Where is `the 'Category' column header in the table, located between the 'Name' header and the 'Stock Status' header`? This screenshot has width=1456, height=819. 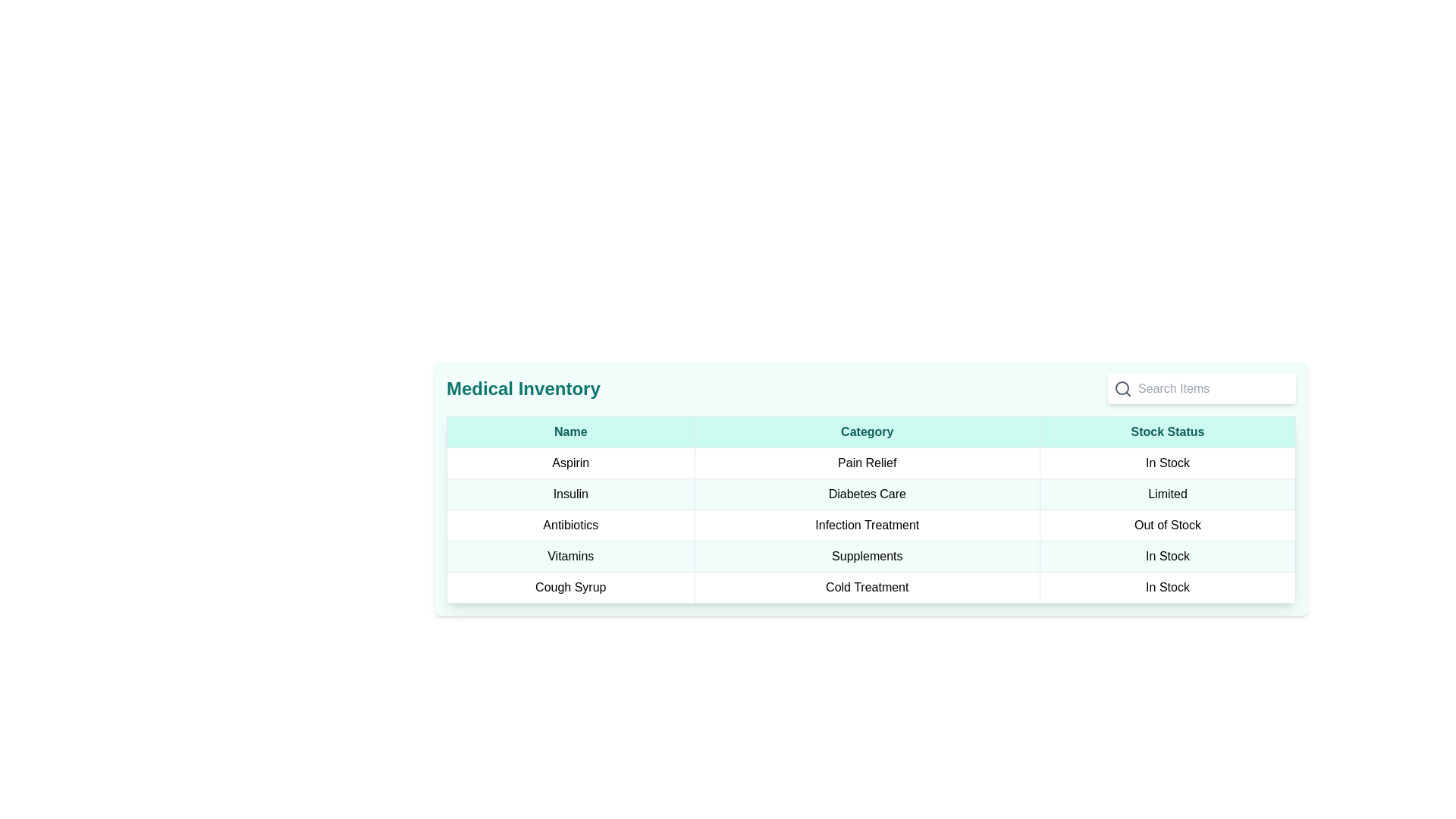
the 'Category' column header in the table, located between the 'Name' header and the 'Stock Status' header is located at coordinates (867, 432).